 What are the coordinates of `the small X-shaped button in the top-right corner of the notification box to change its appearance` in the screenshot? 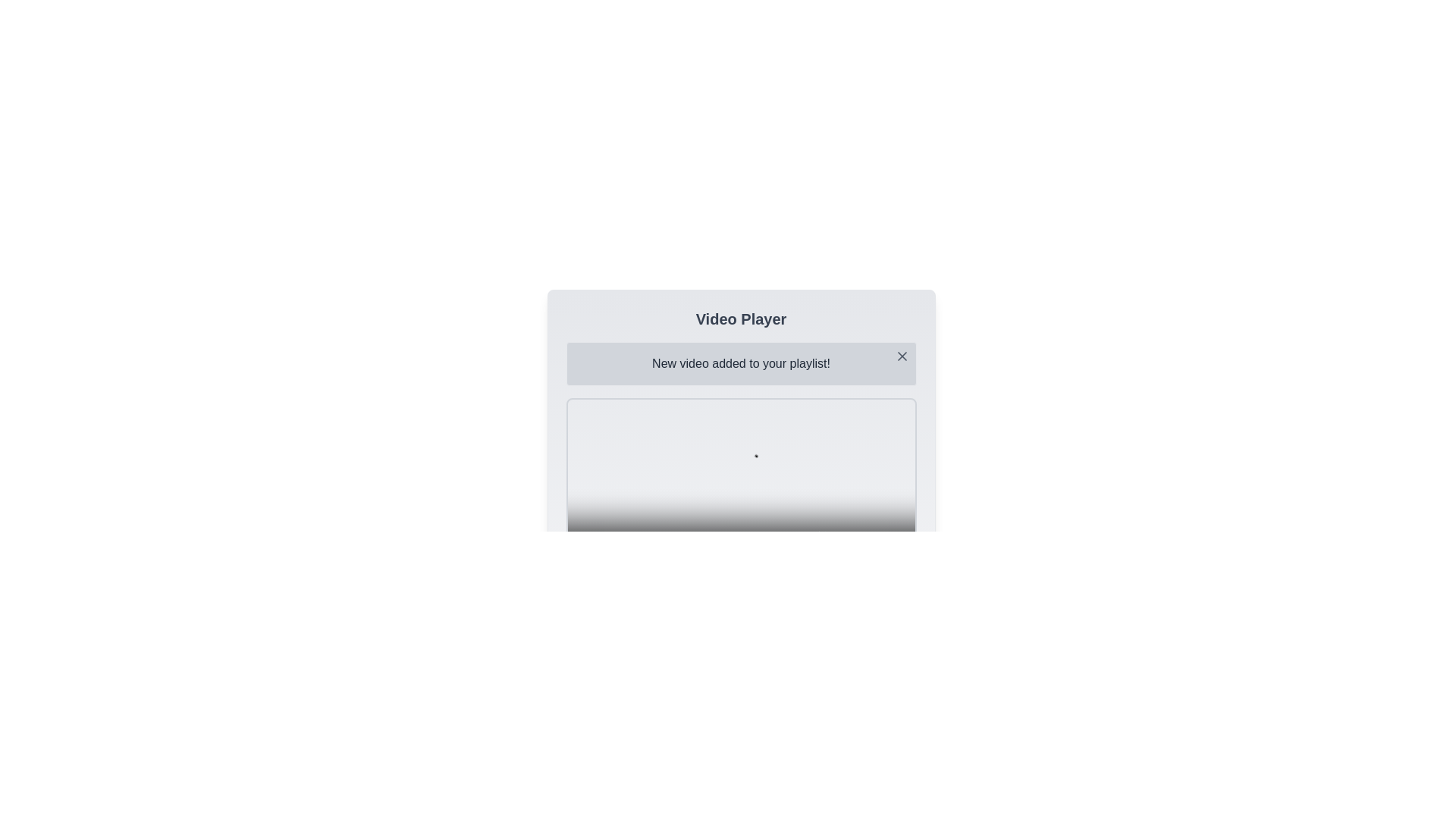 It's located at (902, 356).